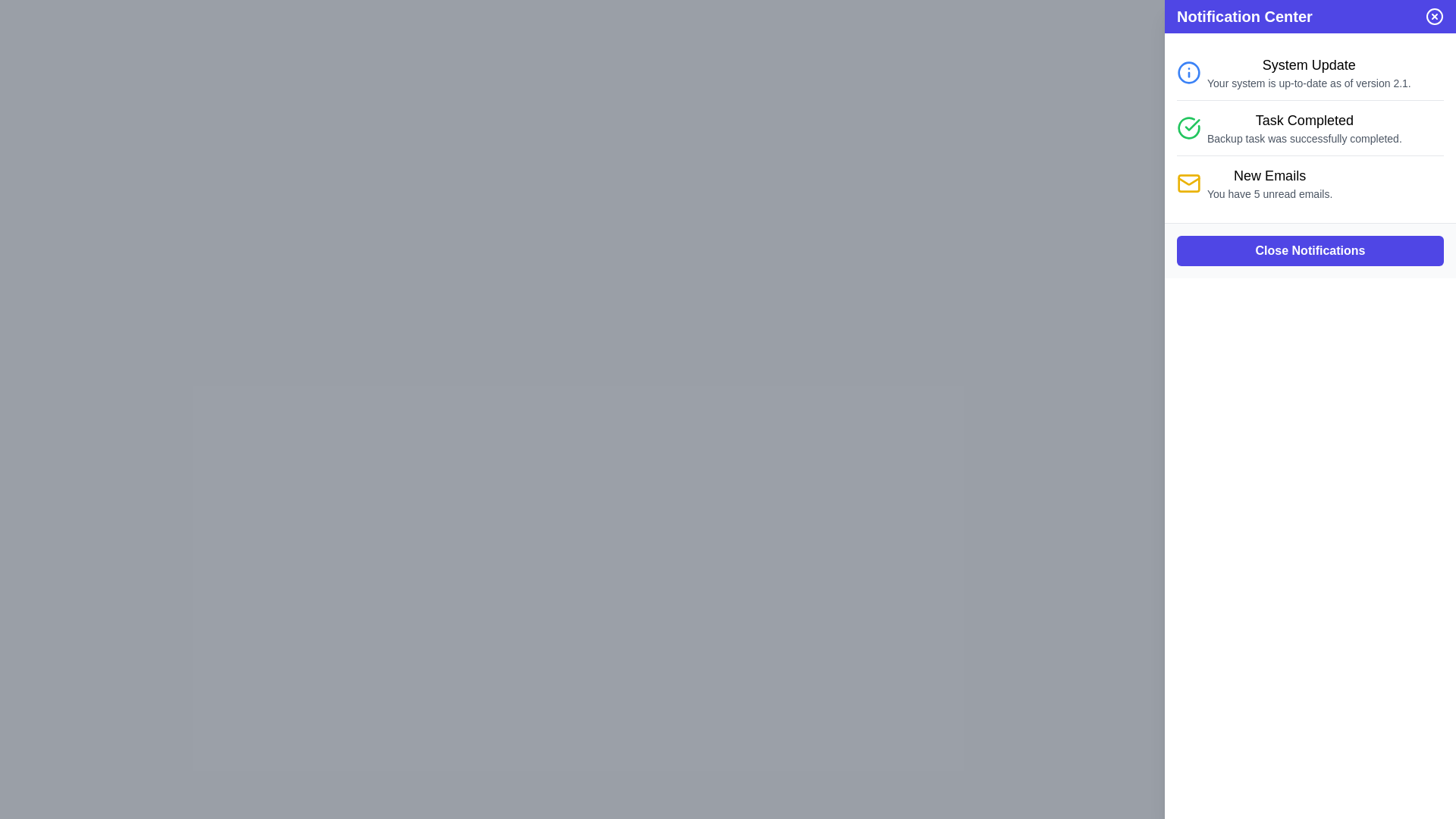  What do you see at coordinates (1310, 181) in the screenshot?
I see `the third notification entry in the Notification Center that notifies the user about unread emails in their inbox` at bounding box center [1310, 181].